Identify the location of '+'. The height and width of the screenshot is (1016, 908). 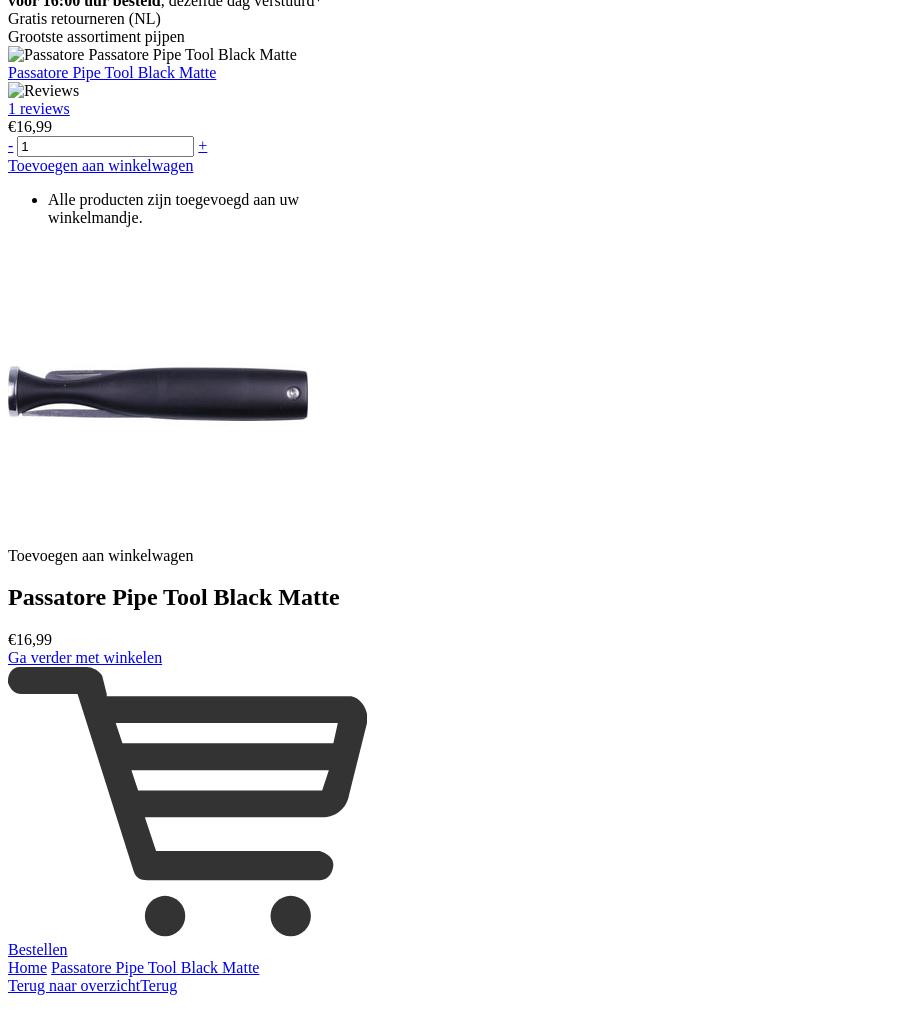
(202, 143).